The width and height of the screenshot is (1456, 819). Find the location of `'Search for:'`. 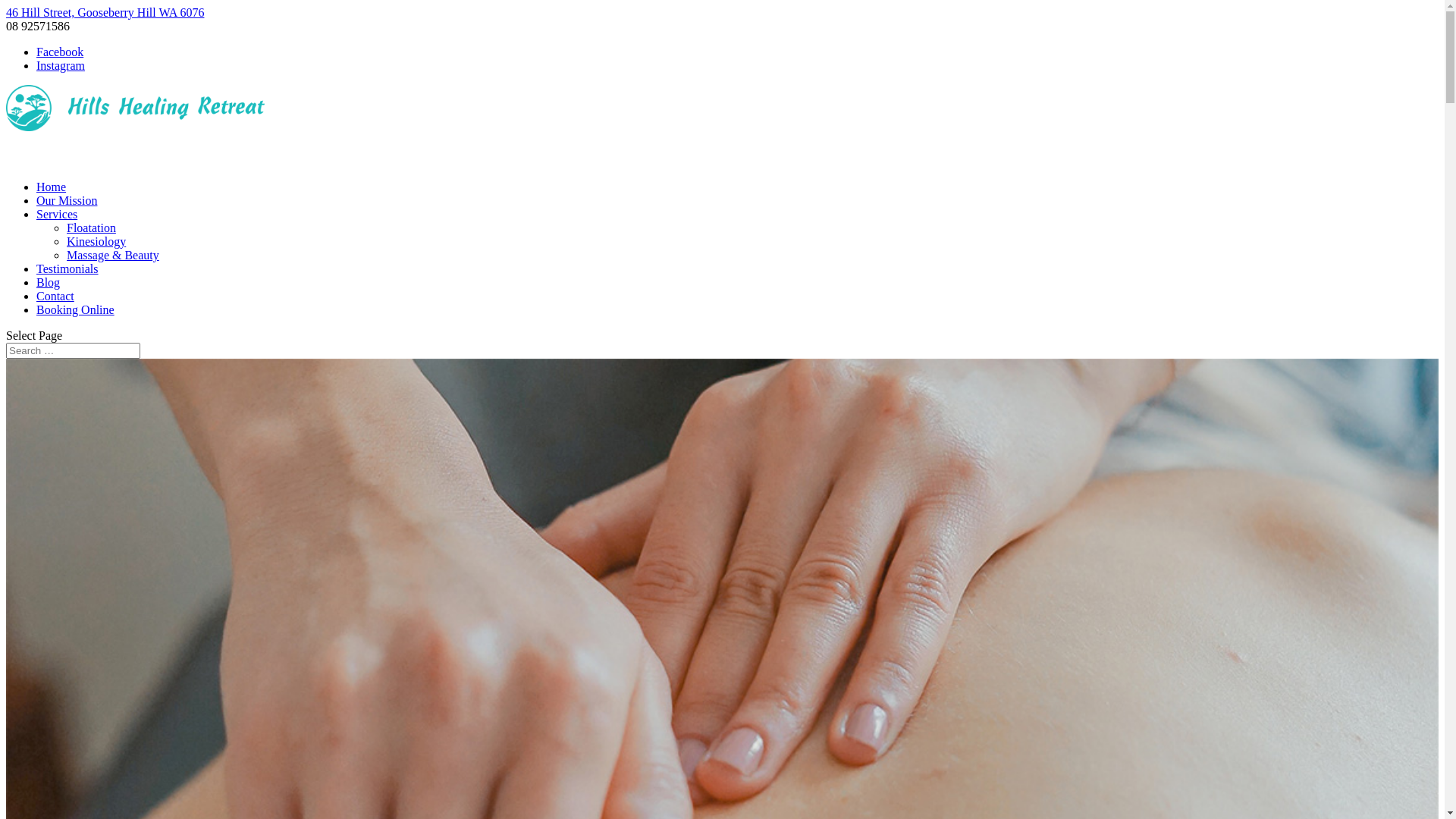

'Search for:' is located at coordinates (72, 350).